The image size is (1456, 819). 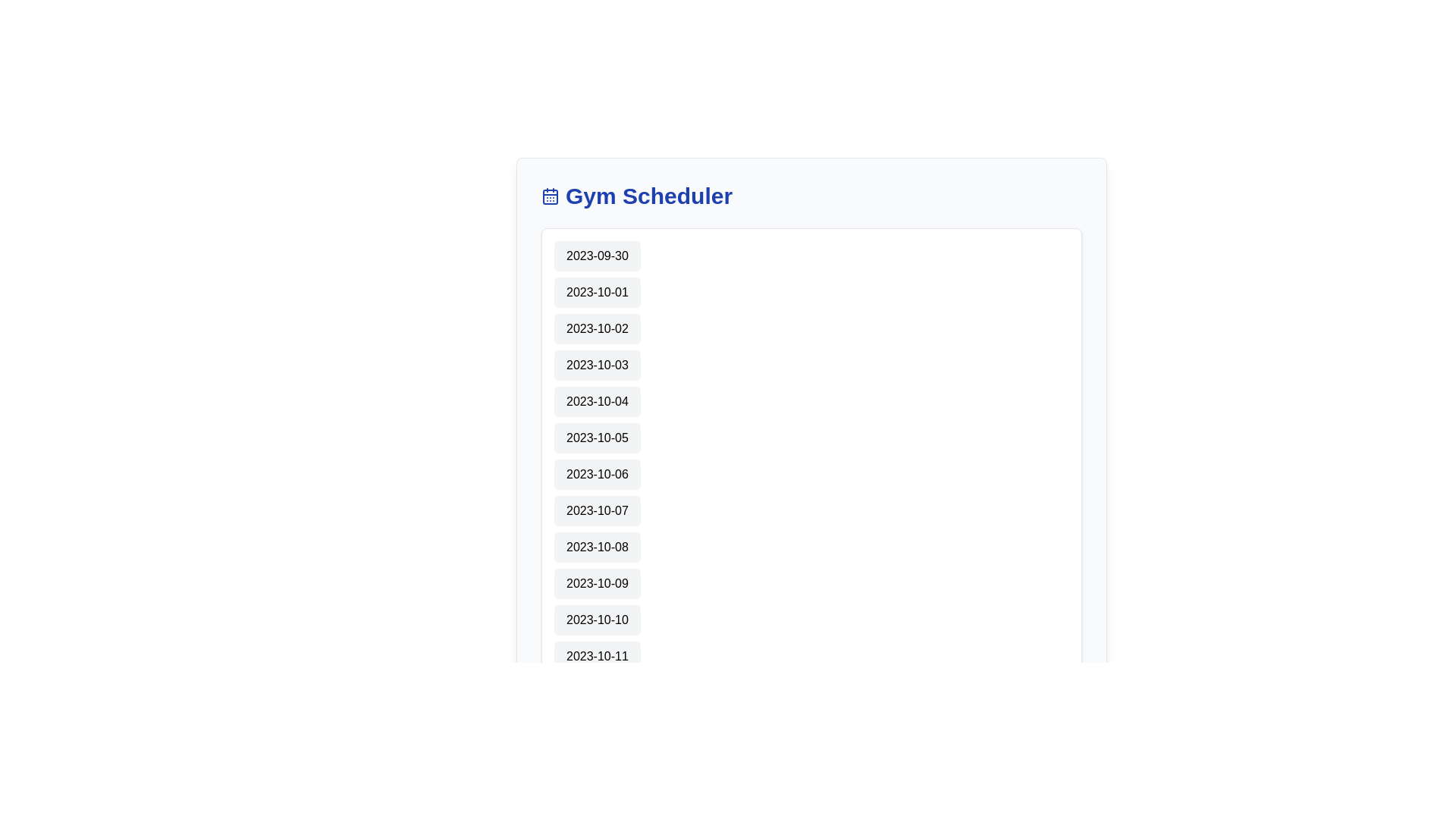 What do you see at coordinates (596, 366) in the screenshot?
I see `the label or button displaying the date '2023-10-03'` at bounding box center [596, 366].